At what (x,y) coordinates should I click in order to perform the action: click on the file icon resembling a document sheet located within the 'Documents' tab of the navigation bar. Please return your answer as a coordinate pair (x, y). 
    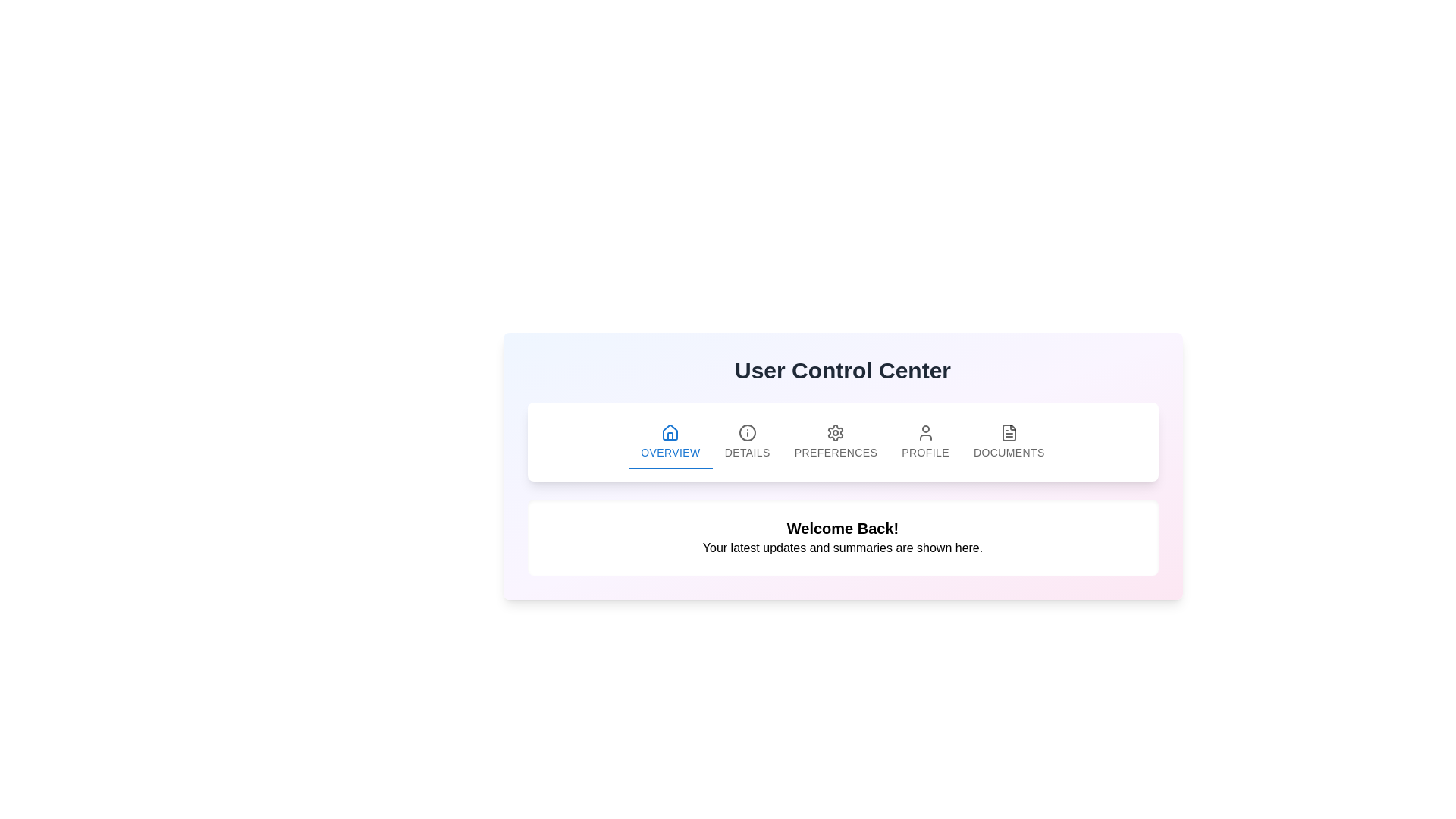
    Looking at the image, I should click on (1009, 433).